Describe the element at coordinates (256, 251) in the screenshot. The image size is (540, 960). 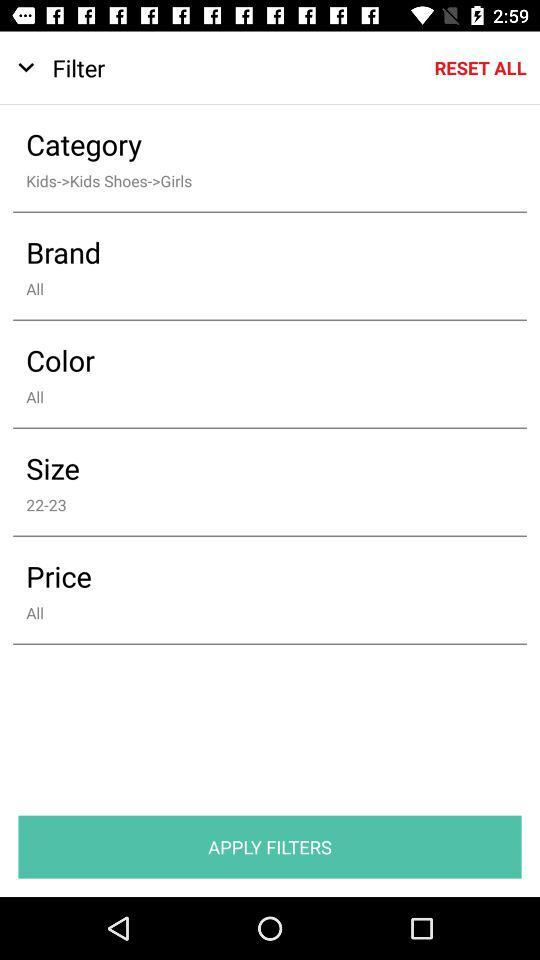
I see `brand` at that location.